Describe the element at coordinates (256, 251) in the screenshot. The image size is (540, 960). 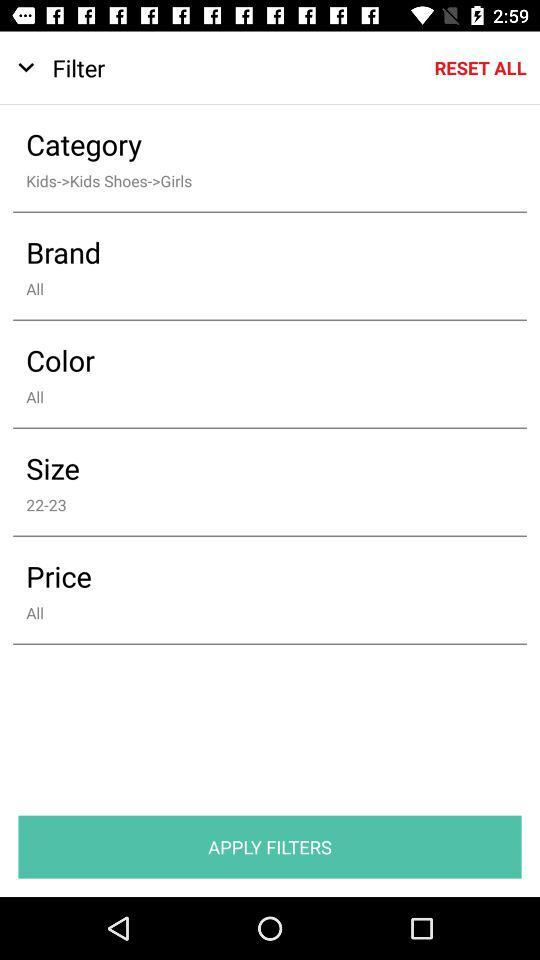
I see `brand` at that location.